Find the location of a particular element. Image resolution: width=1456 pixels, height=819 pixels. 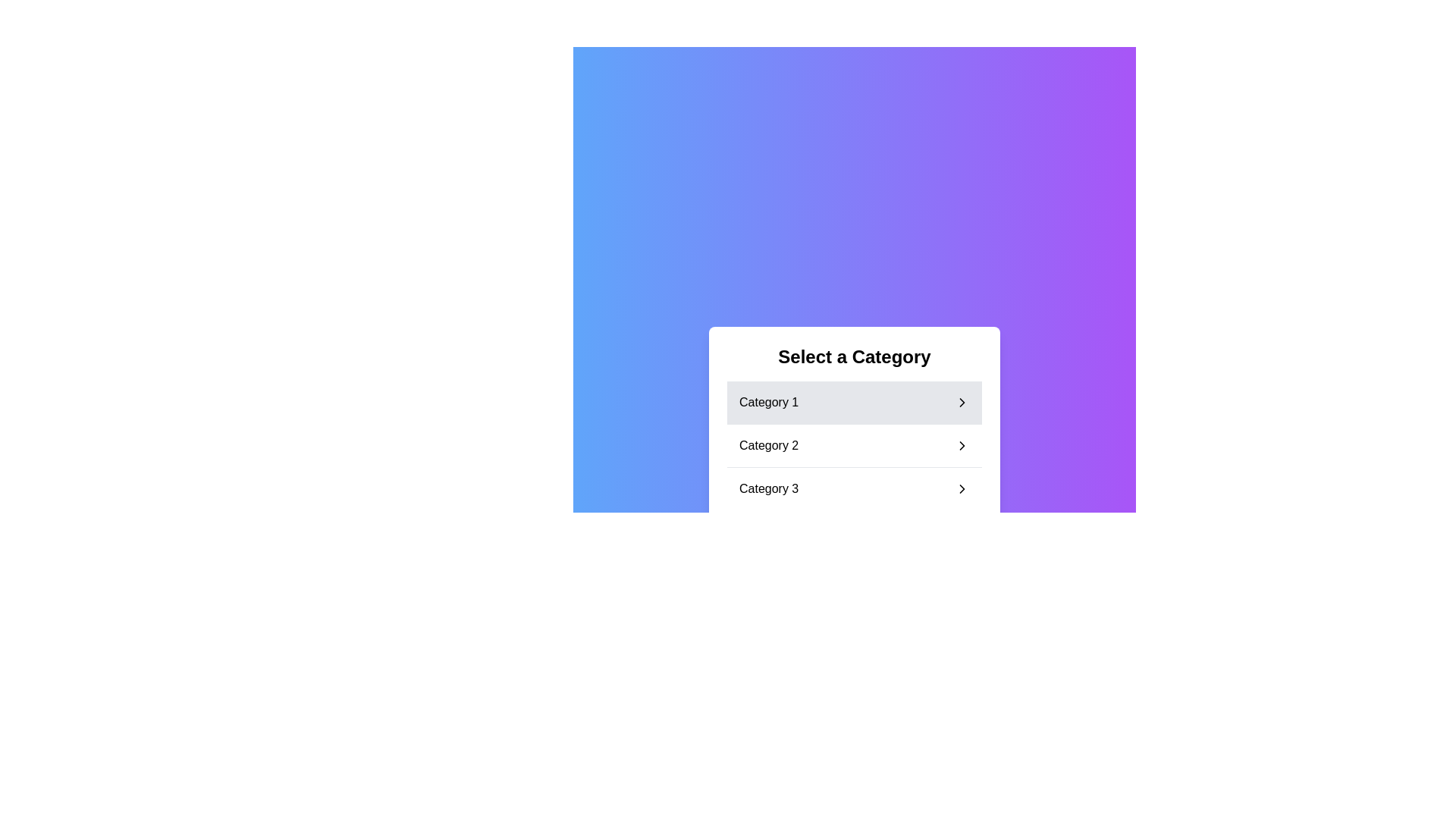

the small right-pointing chevron icon located to the right of the text 'Category 2' is located at coordinates (961, 444).